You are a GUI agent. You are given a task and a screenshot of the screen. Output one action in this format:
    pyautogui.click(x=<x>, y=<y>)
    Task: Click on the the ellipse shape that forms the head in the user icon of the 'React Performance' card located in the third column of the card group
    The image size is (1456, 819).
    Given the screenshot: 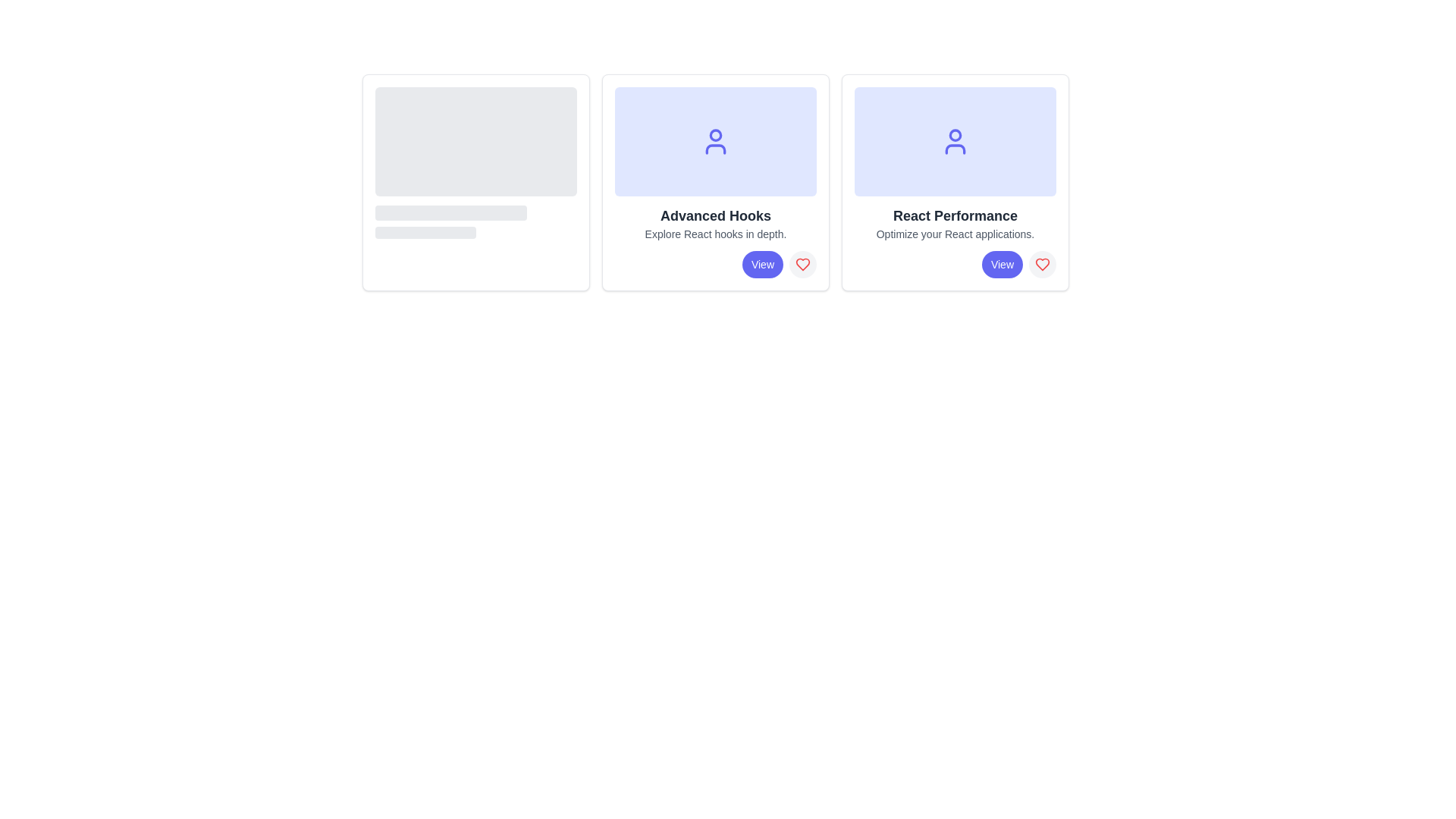 What is the action you would take?
    pyautogui.click(x=954, y=133)
    